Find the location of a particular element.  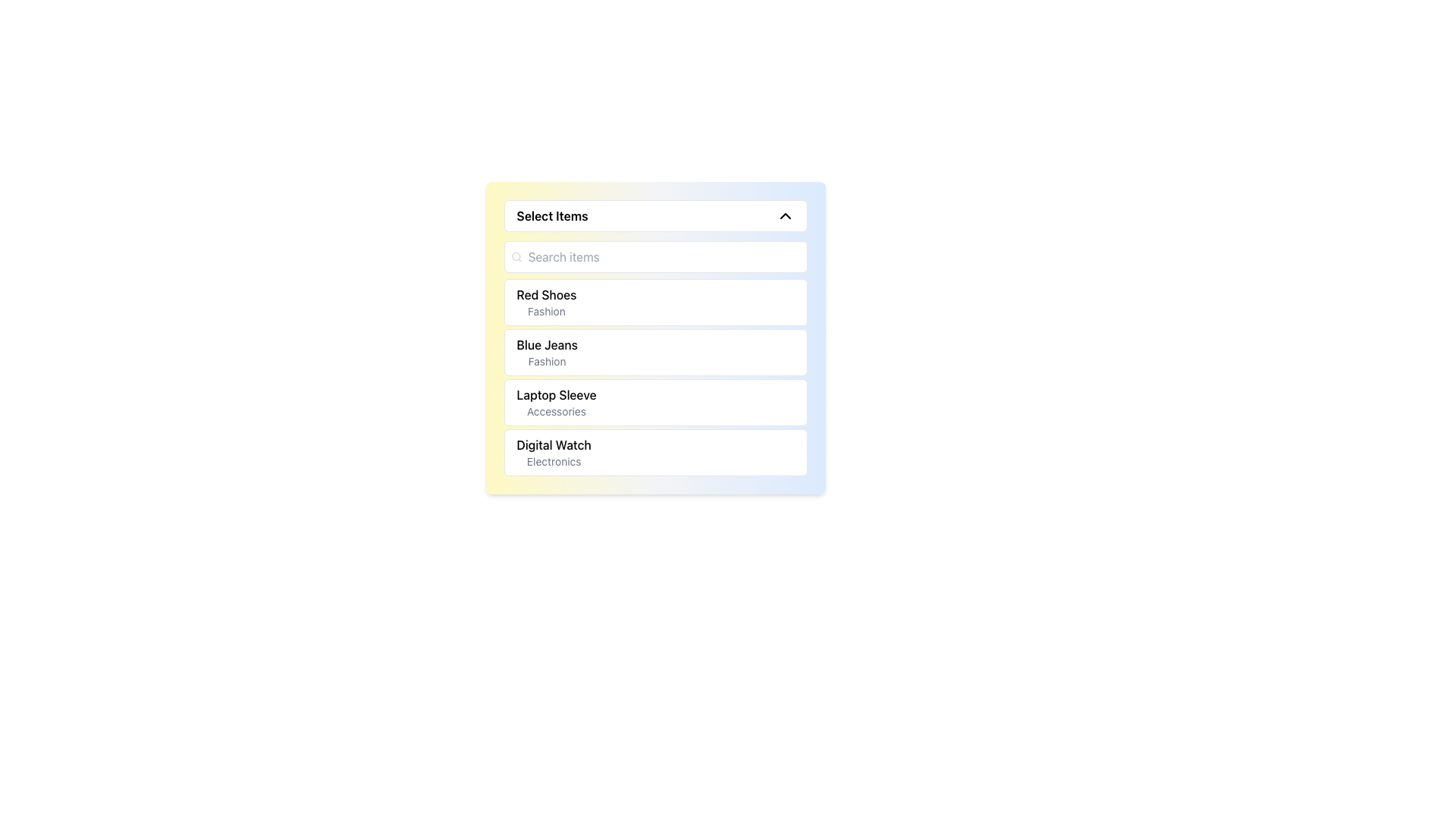

text label located beneath the 'Laptop Sleeve' item in the 'Select Items' dropdown panel, which serves to categorize or describe the main item above it is located at coordinates (556, 412).